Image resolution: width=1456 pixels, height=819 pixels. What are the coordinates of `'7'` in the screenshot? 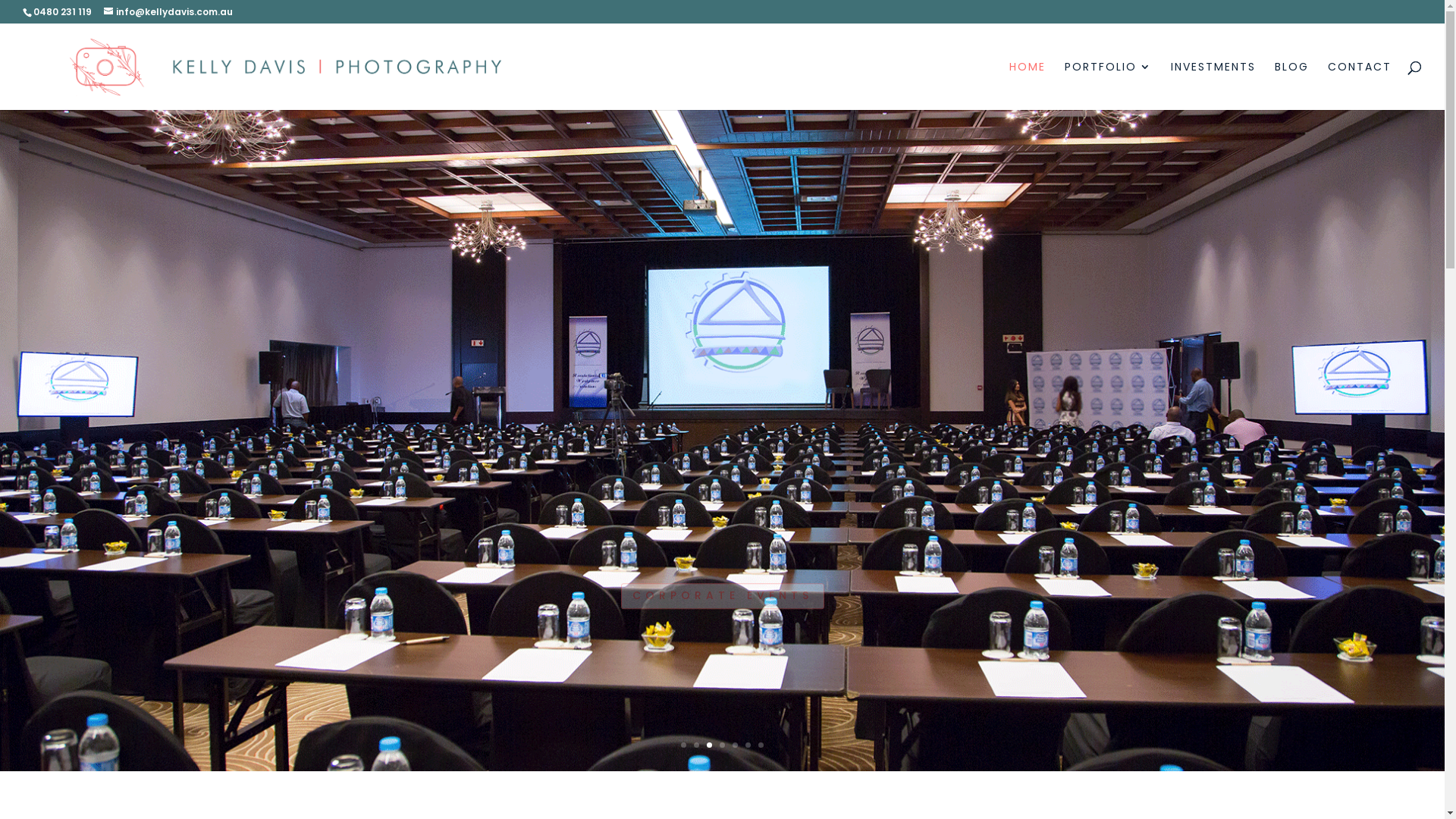 It's located at (758, 744).